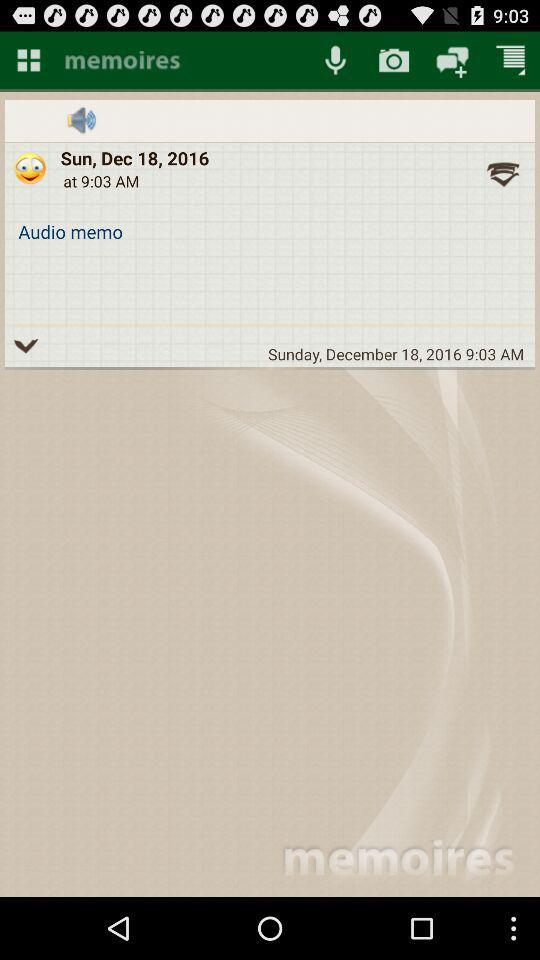 The width and height of the screenshot is (540, 960). Describe the element at coordinates (394, 64) in the screenshot. I see `the photo icon` at that location.